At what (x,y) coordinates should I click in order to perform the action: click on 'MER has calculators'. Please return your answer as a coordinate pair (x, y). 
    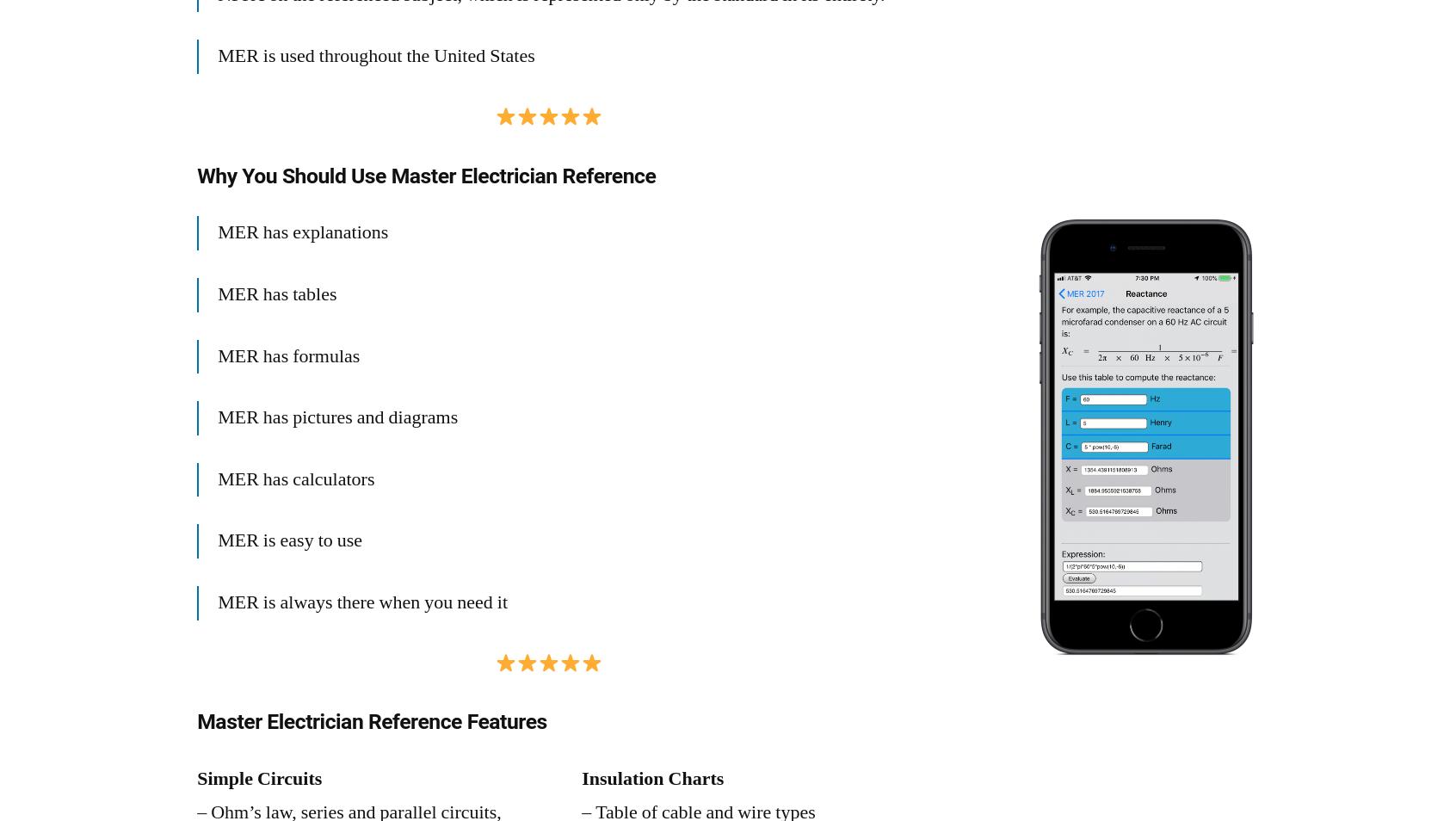
    Looking at the image, I should click on (294, 477).